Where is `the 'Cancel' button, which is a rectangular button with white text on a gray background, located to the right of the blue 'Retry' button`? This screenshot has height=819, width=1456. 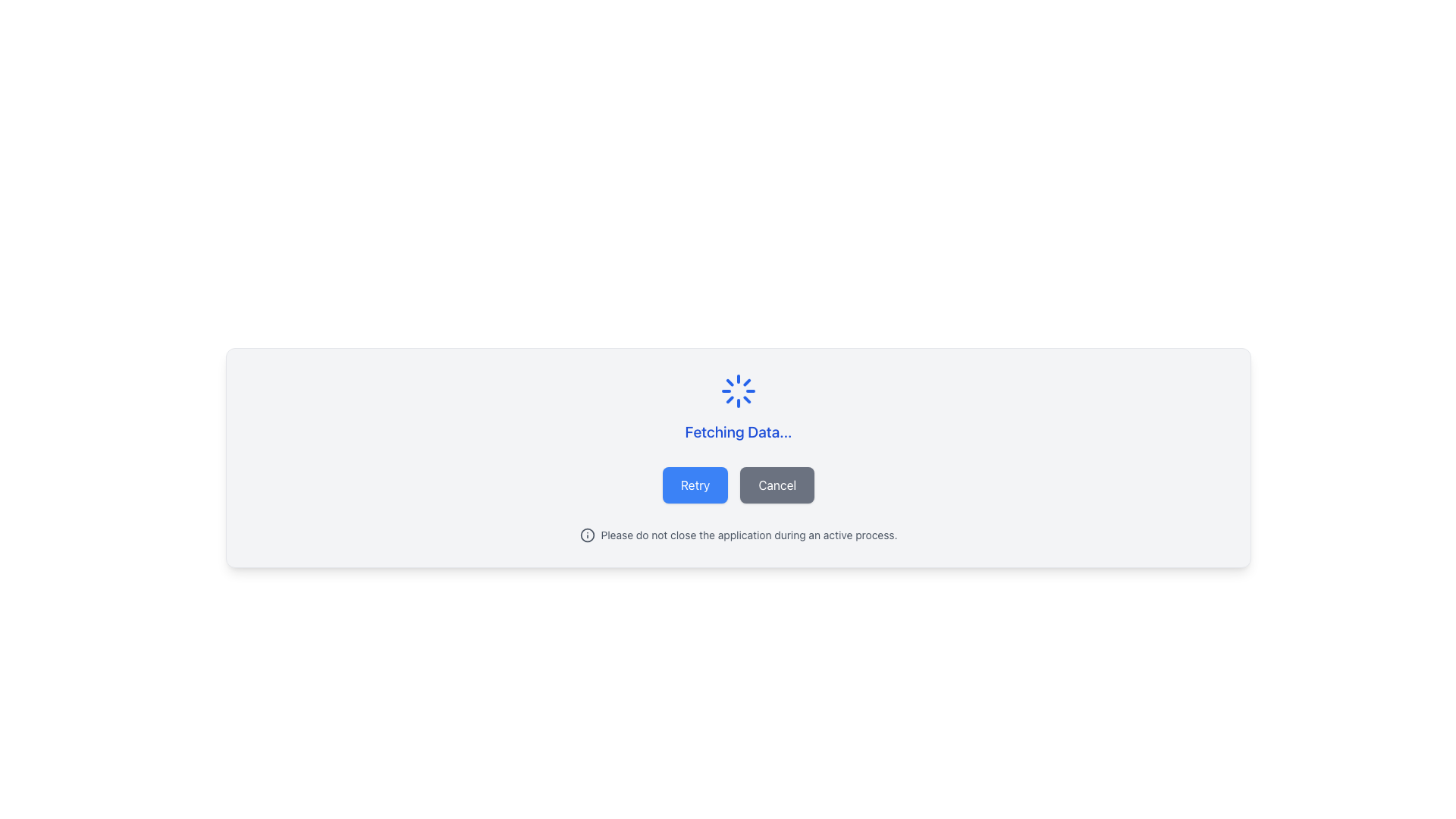 the 'Cancel' button, which is a rectangular button with white text on a gray background, located to the right of the blue 'Retry' button is located at coordinates (777, 485).